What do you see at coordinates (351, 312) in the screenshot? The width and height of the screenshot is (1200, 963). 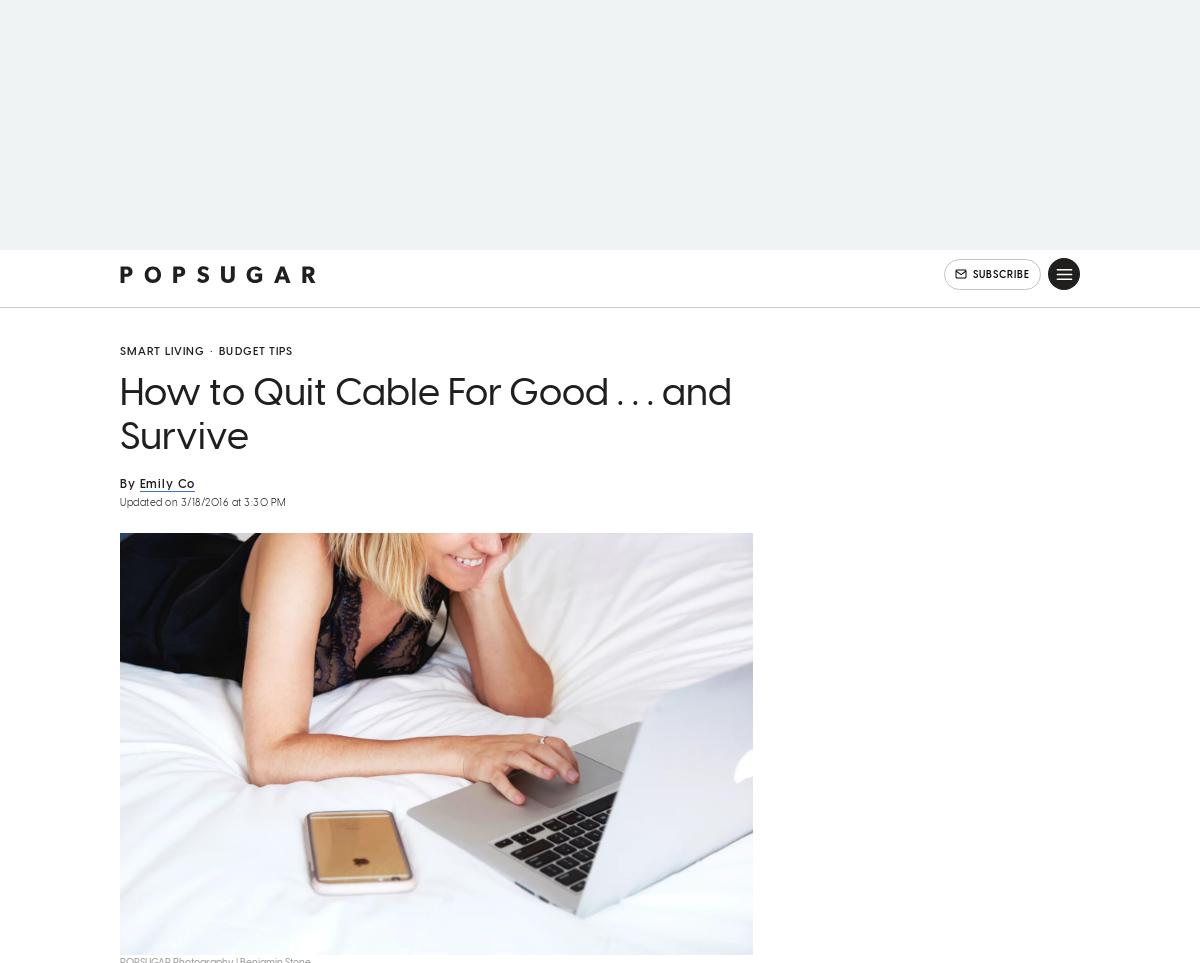 I see `'Beauty'` at bounding box center [351, 312].